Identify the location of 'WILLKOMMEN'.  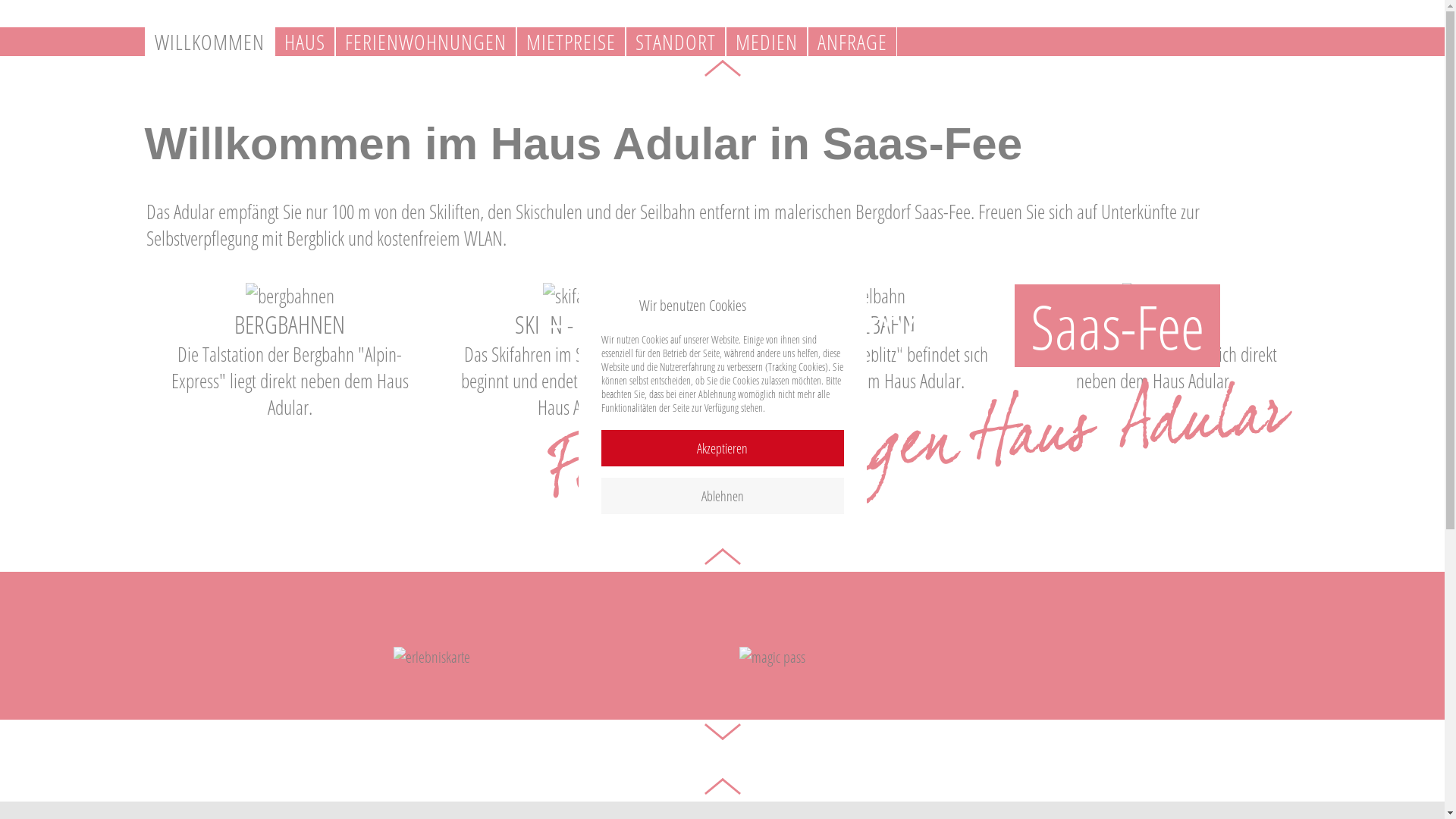
(208, 40).